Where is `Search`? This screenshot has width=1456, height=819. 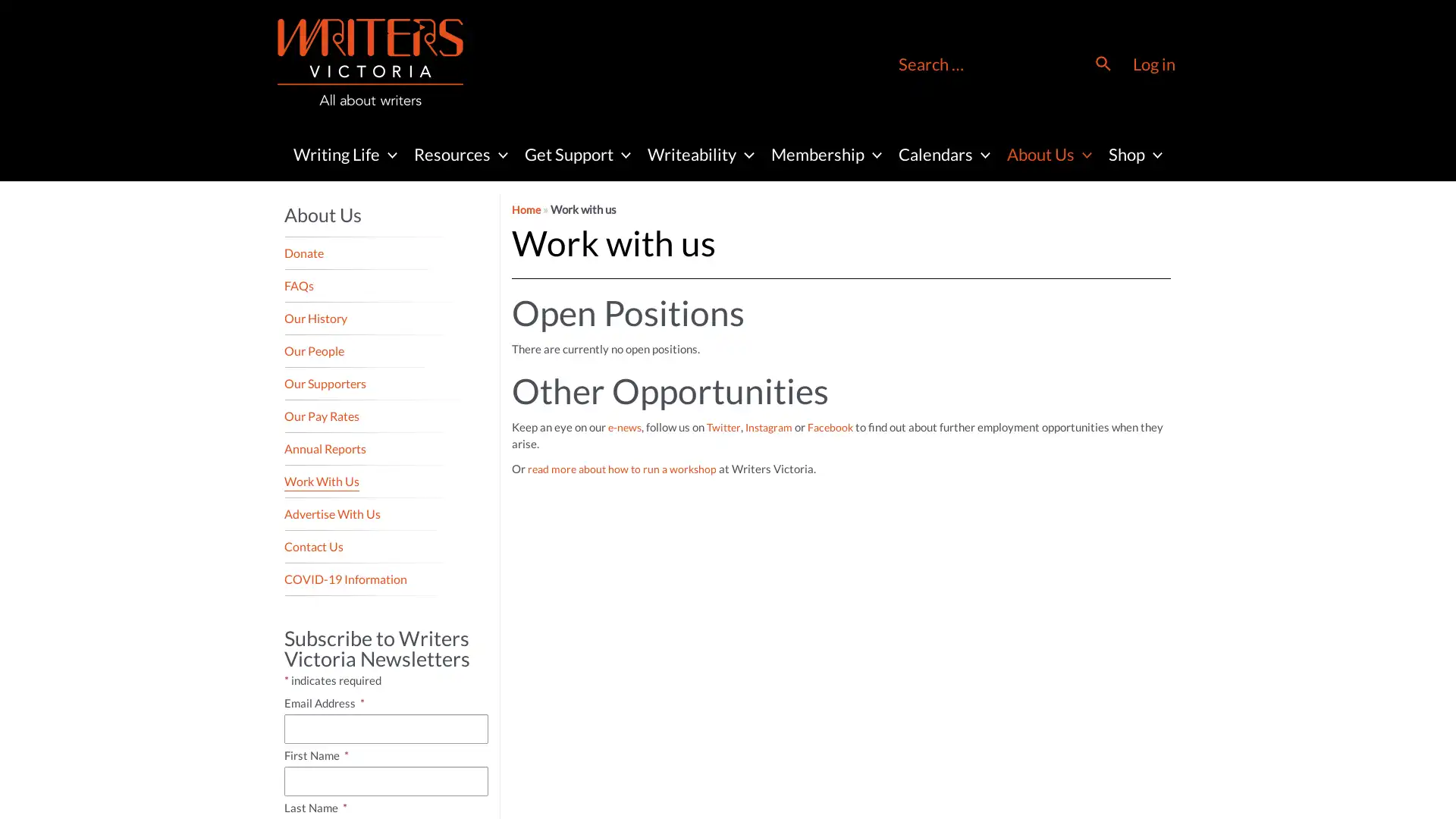
Search is located at coordinates (1103, 63).